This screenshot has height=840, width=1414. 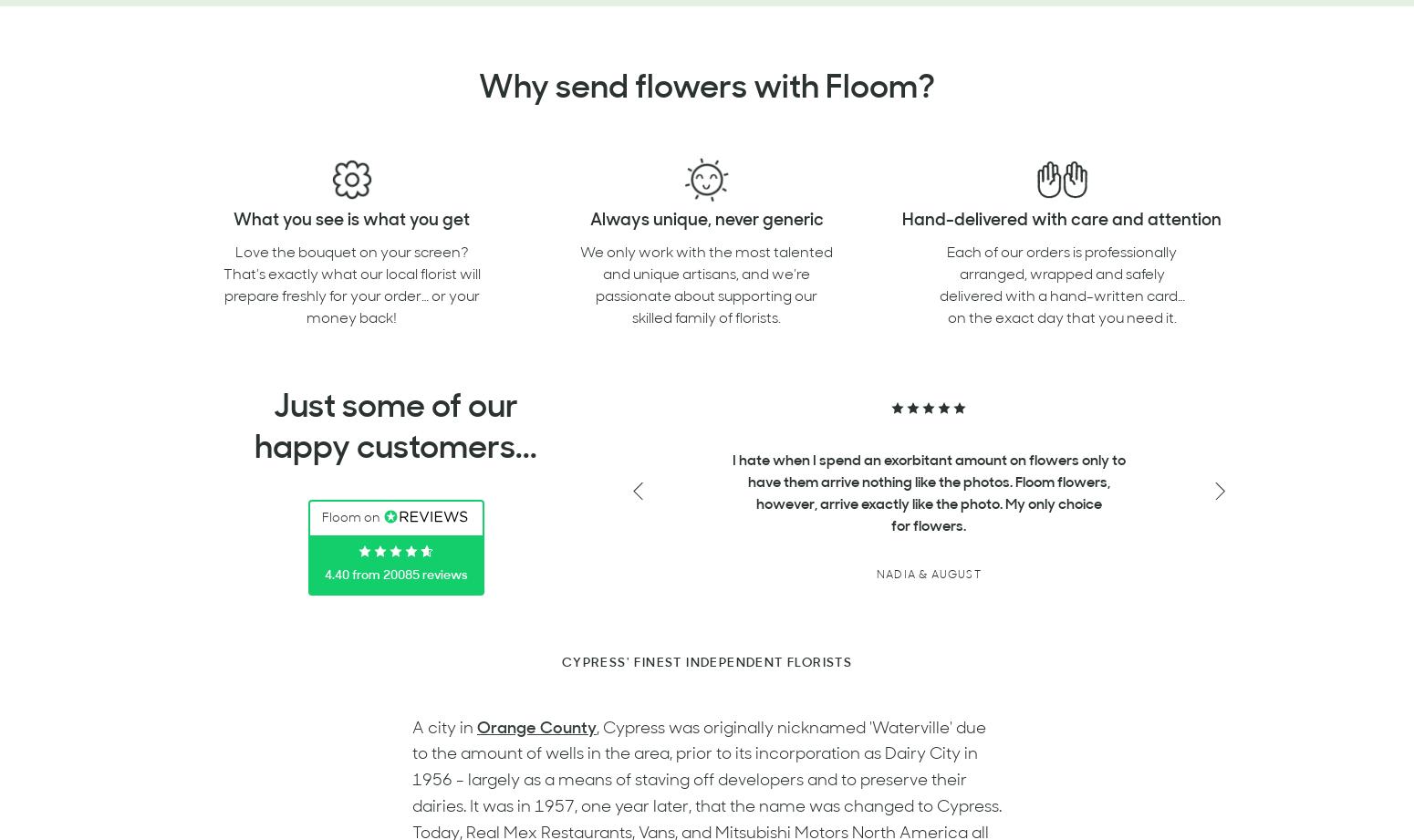 I want to click on 'Hand-delivered with care and attention', so click(x=1062, y=220).